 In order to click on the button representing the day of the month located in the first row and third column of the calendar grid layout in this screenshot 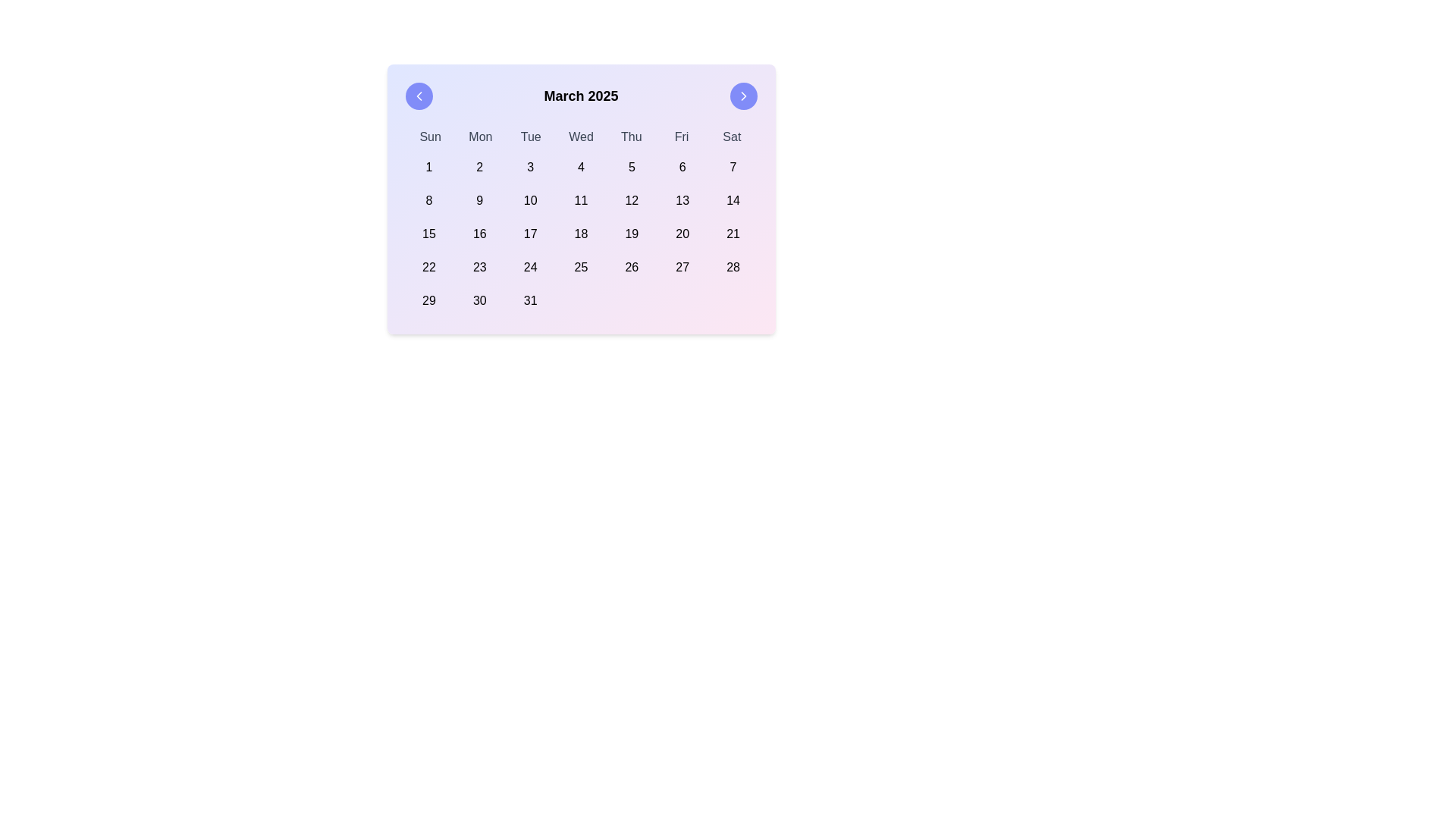, I will do `click(530, 167)`.